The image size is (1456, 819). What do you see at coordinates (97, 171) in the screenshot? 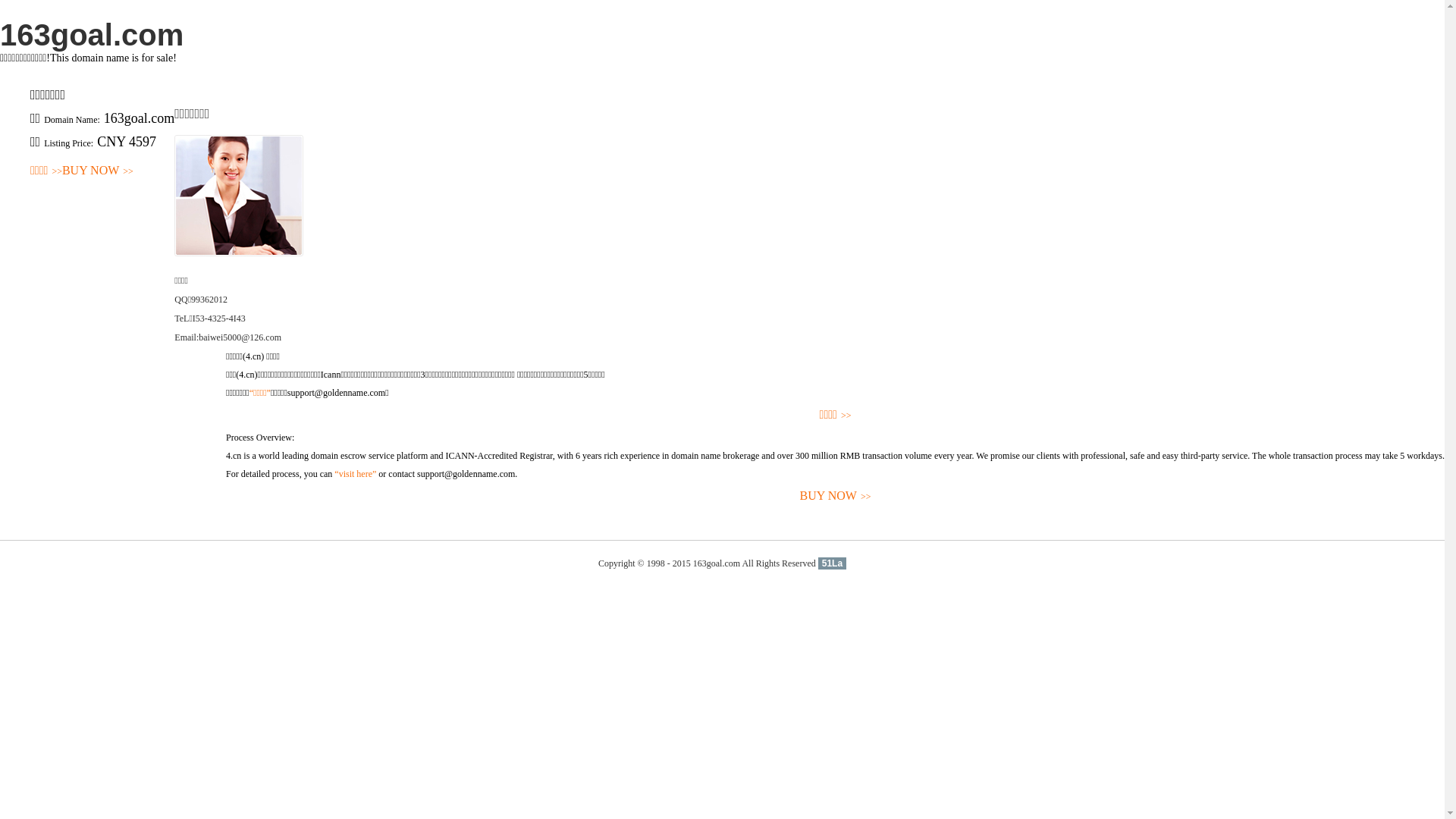
I see `'BUY NOW>>'` at bounding box center [97, 171].